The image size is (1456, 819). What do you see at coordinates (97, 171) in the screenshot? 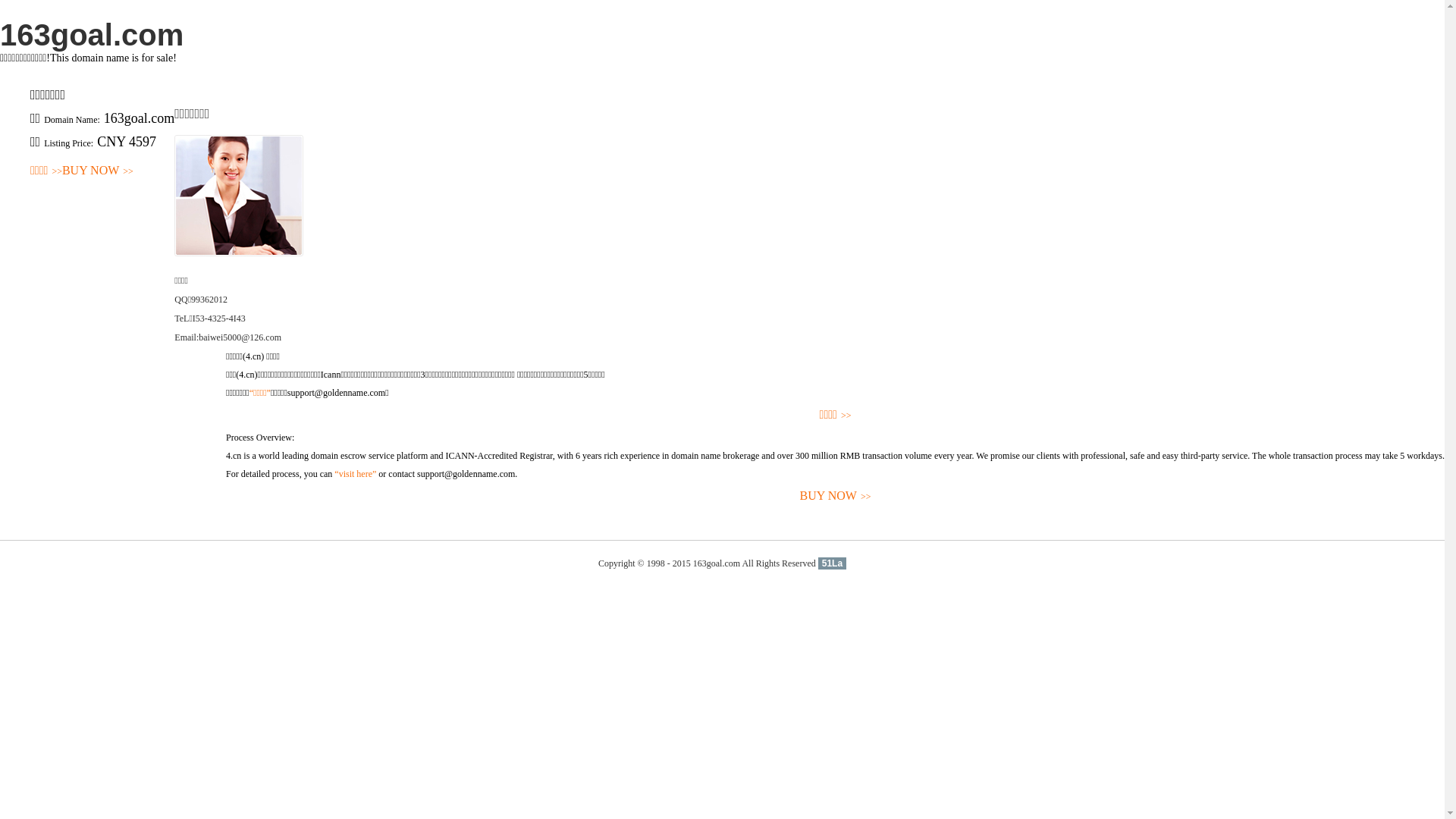
I see `'BUY NOW>>'` at bounding box center [97, 171].